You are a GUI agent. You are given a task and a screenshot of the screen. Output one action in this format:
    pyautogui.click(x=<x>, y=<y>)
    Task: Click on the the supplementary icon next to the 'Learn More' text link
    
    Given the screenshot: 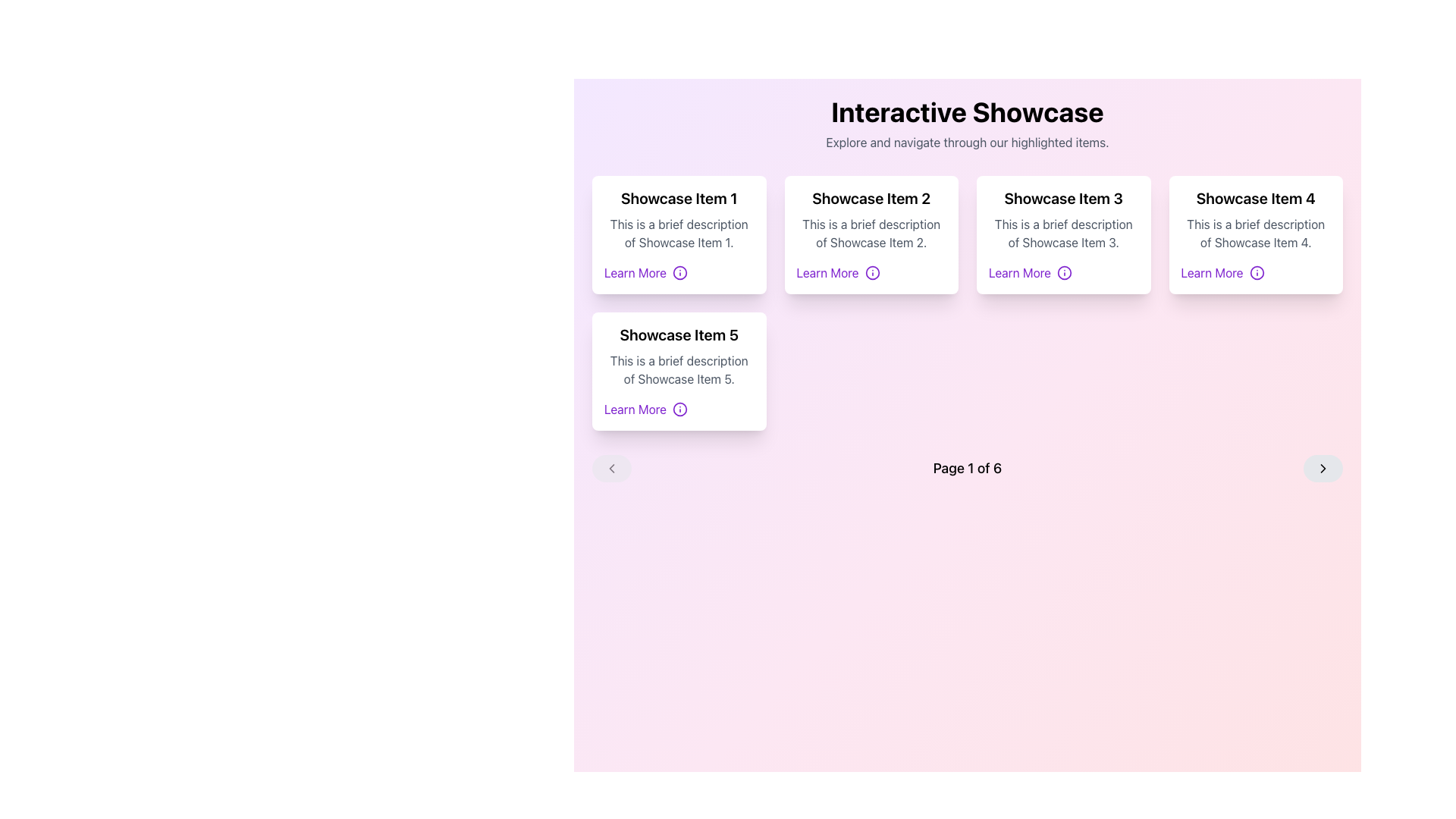 What is the action you would take?
    pyautogui.click(x=679, y=271)
    